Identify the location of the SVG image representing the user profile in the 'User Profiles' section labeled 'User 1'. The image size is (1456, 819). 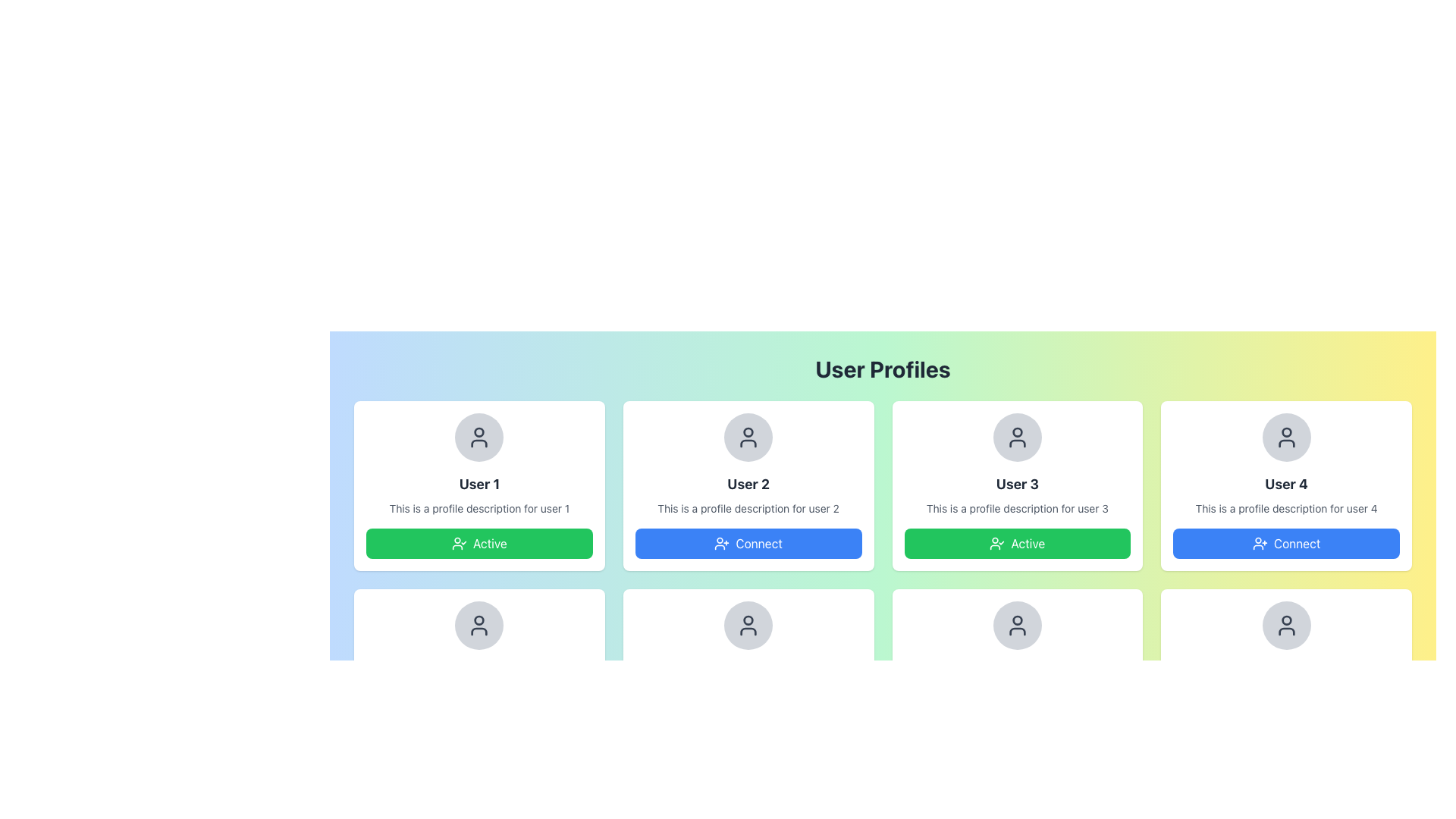
(479, 438).